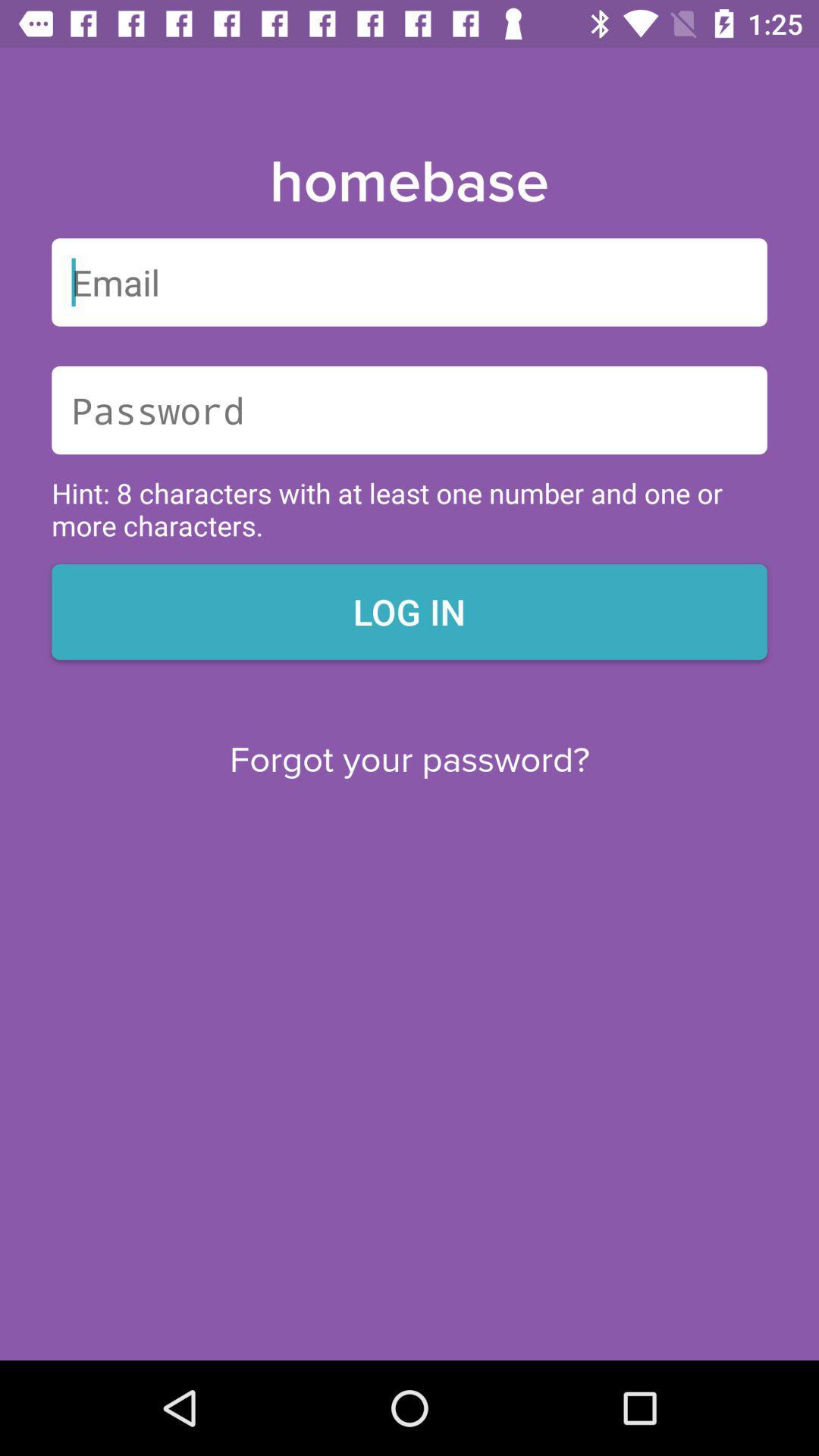  Describe the element at coordinates (409, 410) in the screenshot. I see `password` at that location.